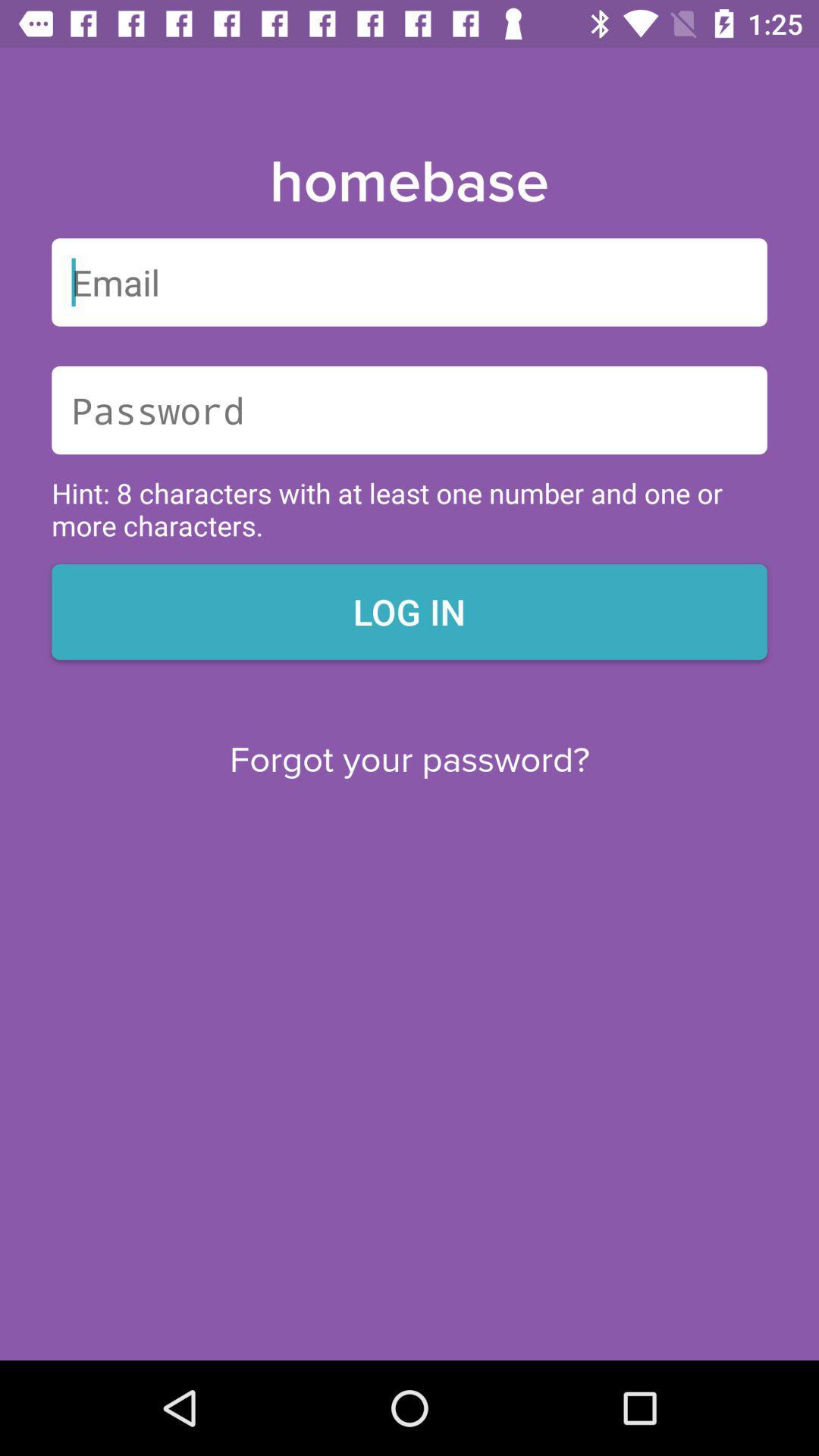  Describe the element at coordinates (409, 410) in the screenshot. I see `password` at that location.